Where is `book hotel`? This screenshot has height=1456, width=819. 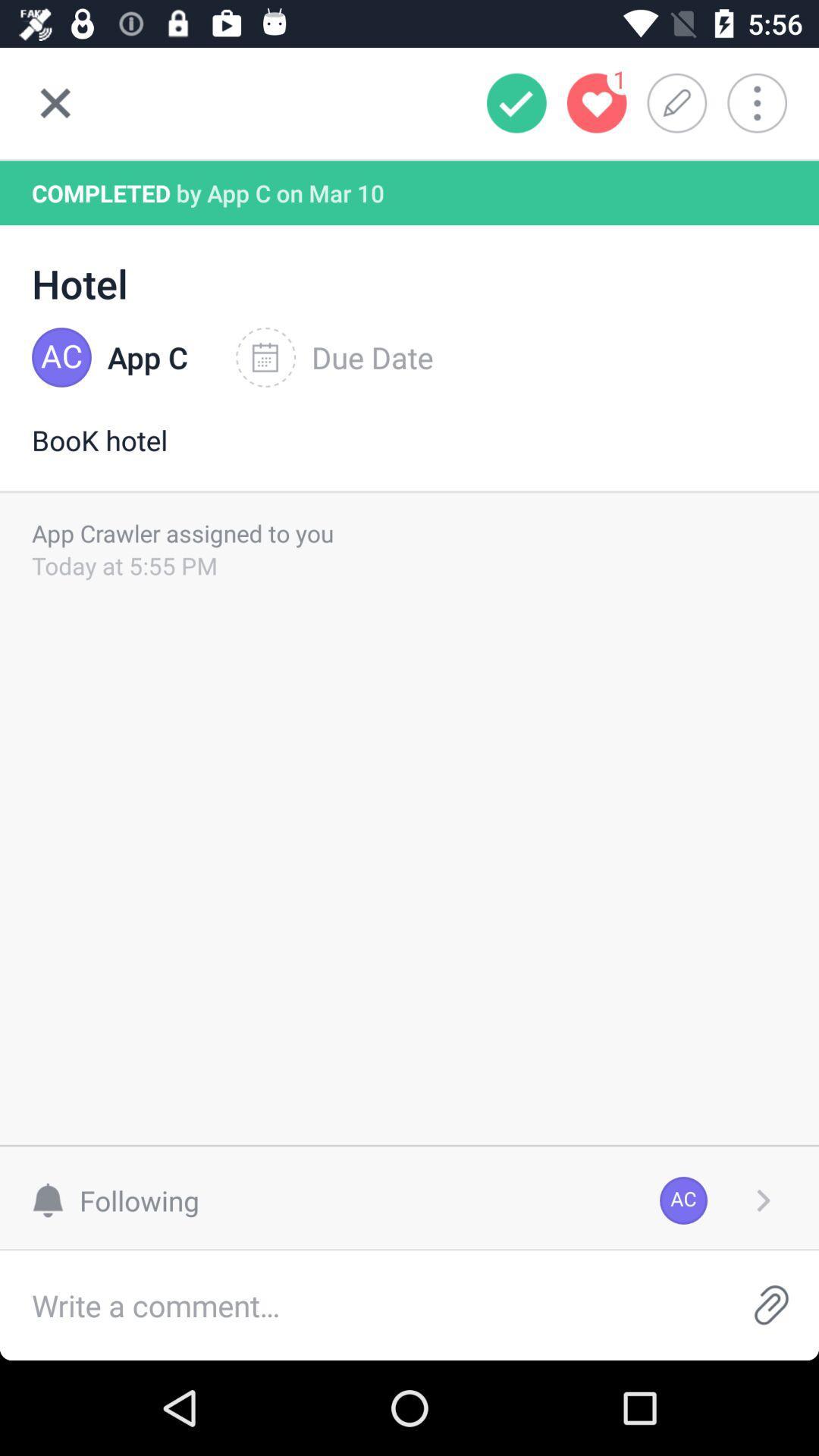
book hotel is located at coordinates (409, 455).